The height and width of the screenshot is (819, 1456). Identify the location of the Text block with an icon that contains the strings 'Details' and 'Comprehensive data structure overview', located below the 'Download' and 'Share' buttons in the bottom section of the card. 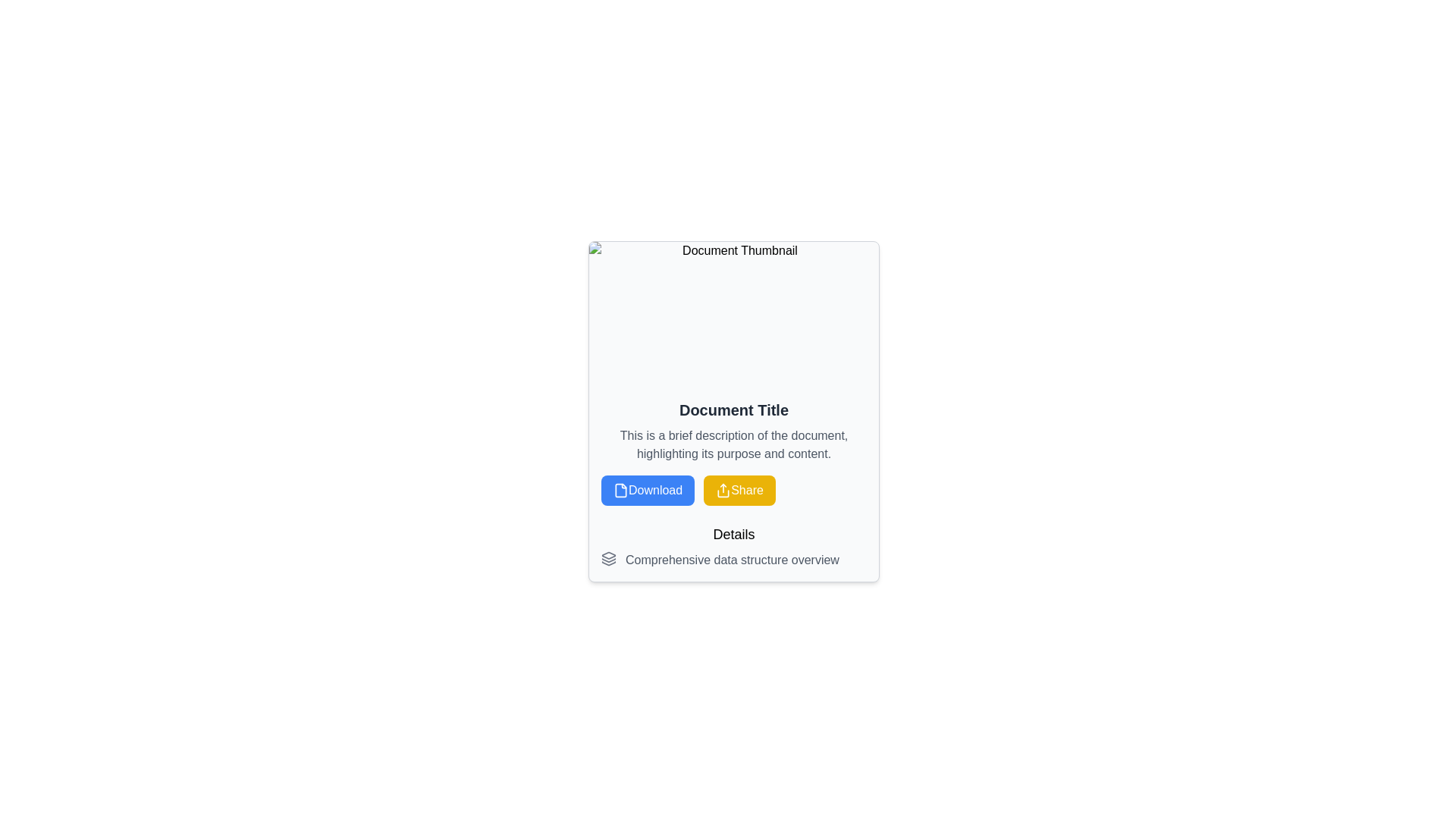
(734, 547).